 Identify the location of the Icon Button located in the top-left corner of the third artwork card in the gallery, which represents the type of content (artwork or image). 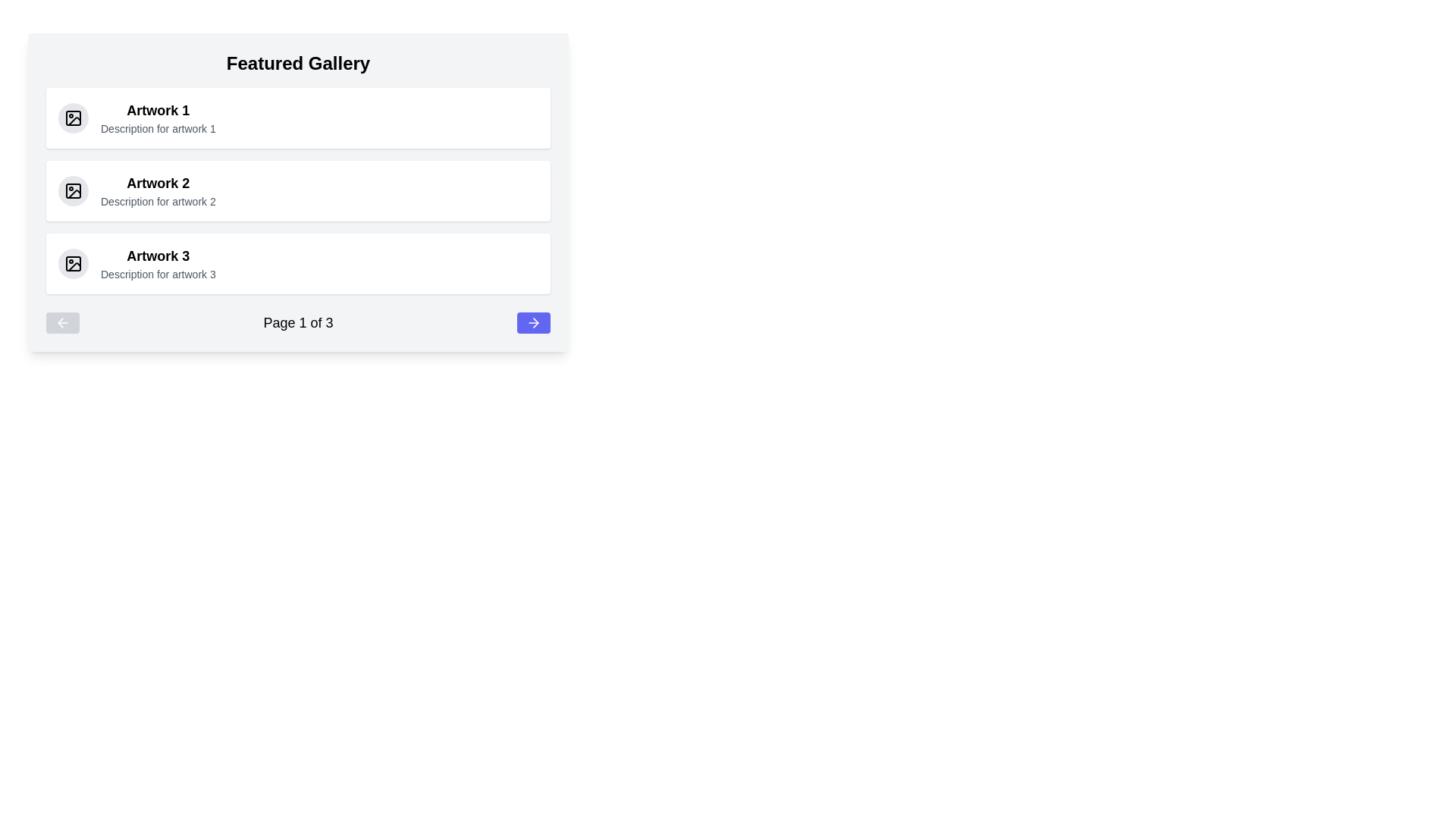
(72, 262).